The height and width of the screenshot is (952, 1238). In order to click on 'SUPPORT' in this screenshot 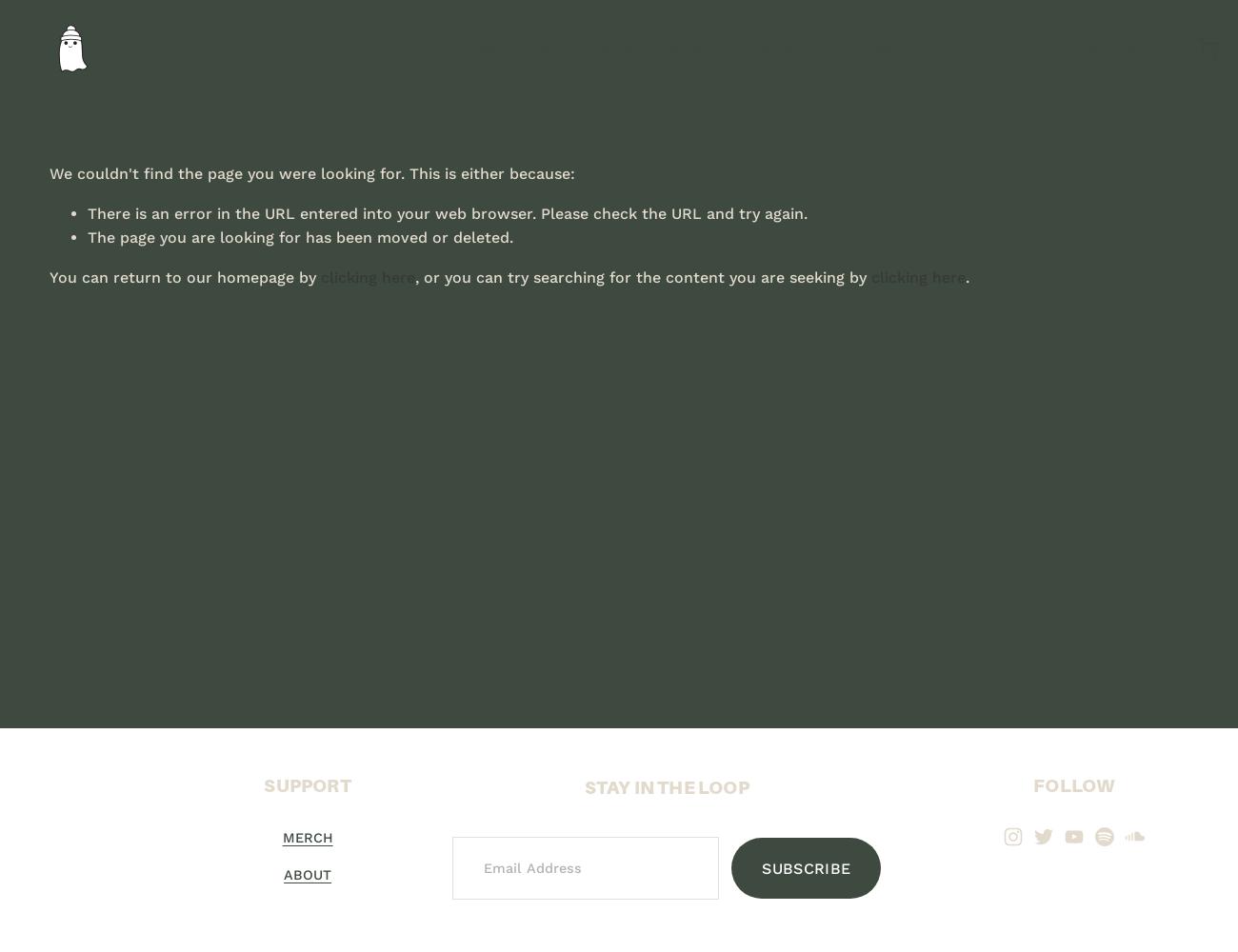, I will do `click(307, 784)`.